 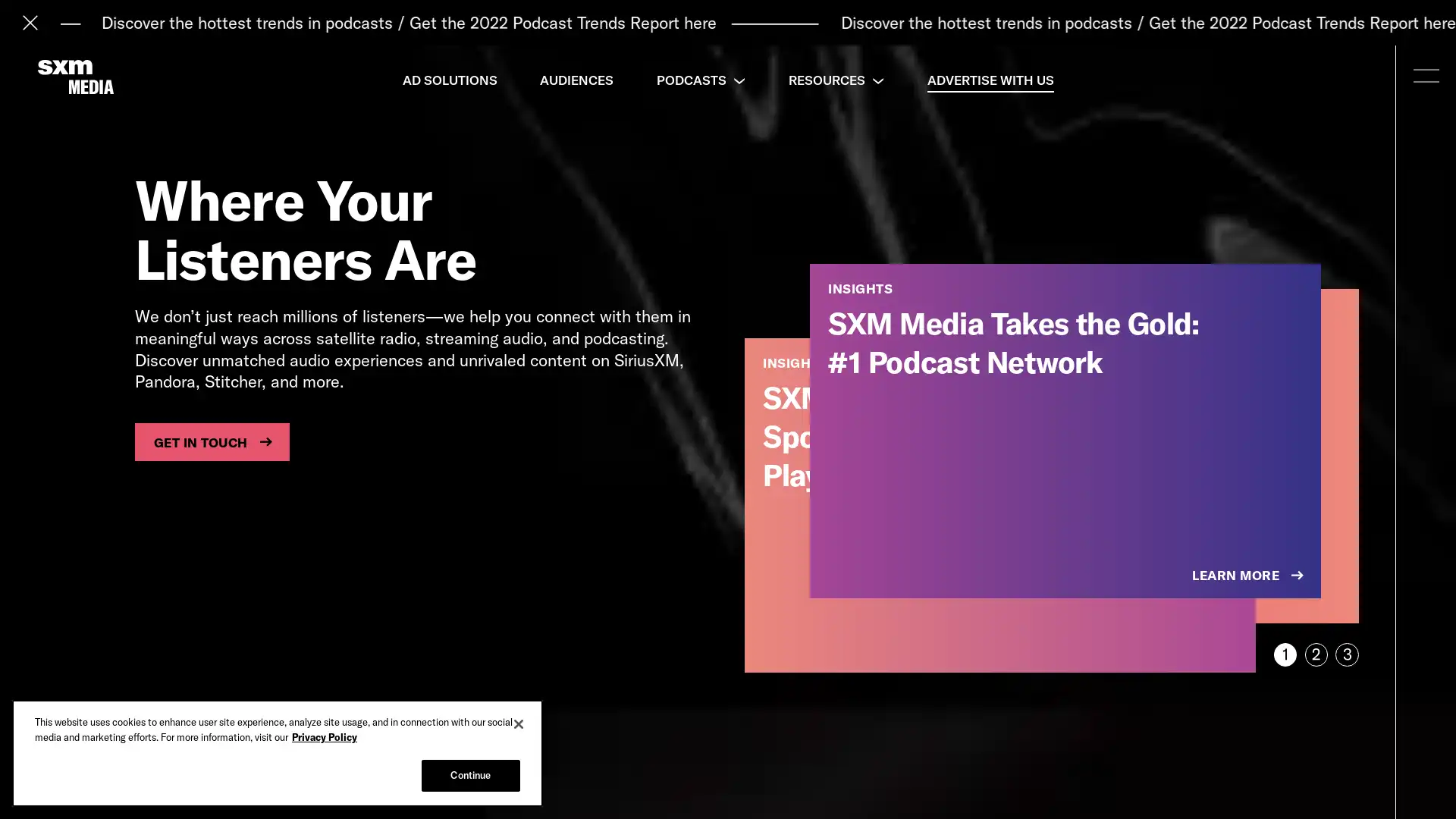 I want to click on Close, so click(x=519, y=723).